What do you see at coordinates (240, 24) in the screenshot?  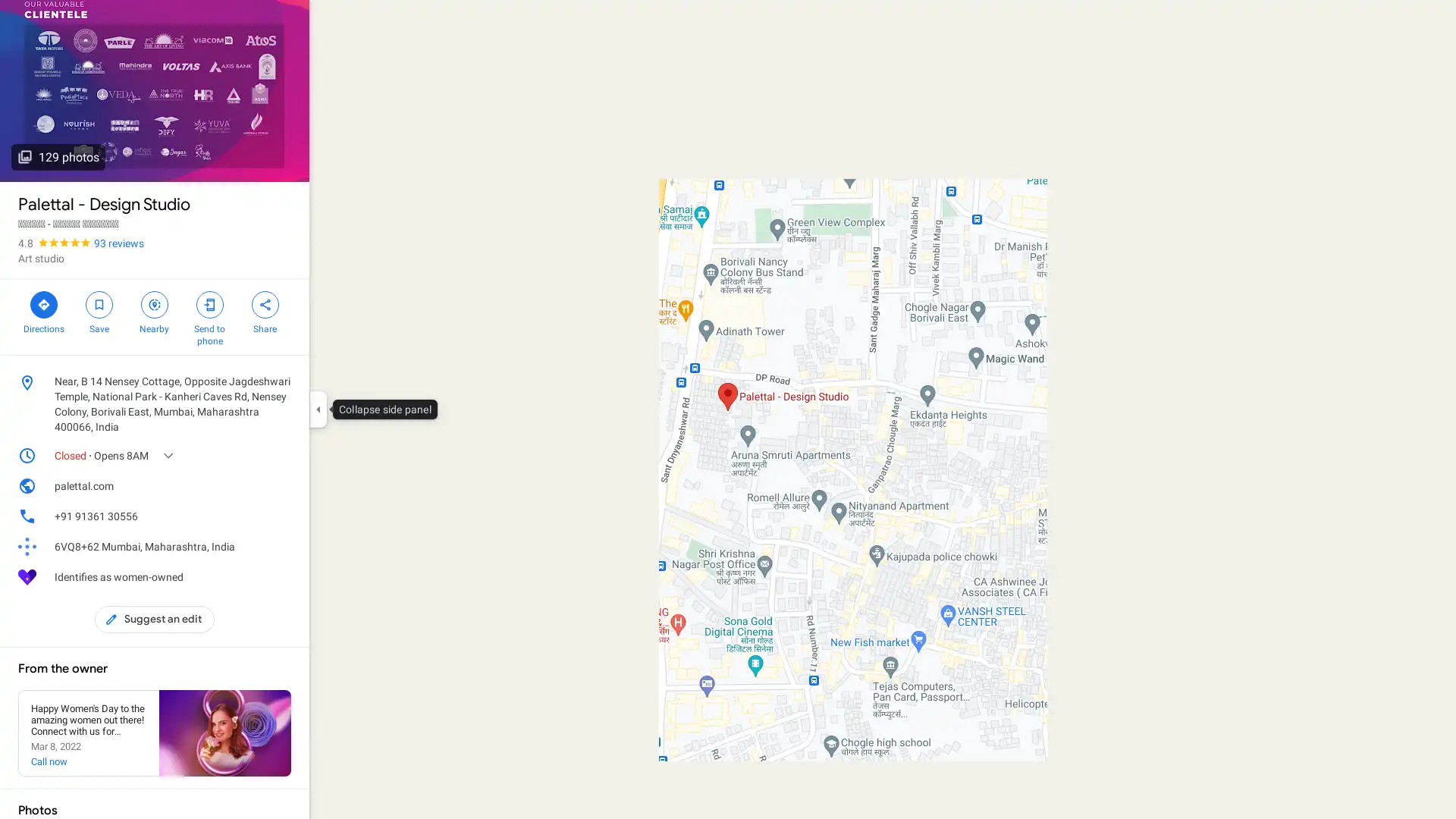 I see `Search` at bounding box center [240, 24].